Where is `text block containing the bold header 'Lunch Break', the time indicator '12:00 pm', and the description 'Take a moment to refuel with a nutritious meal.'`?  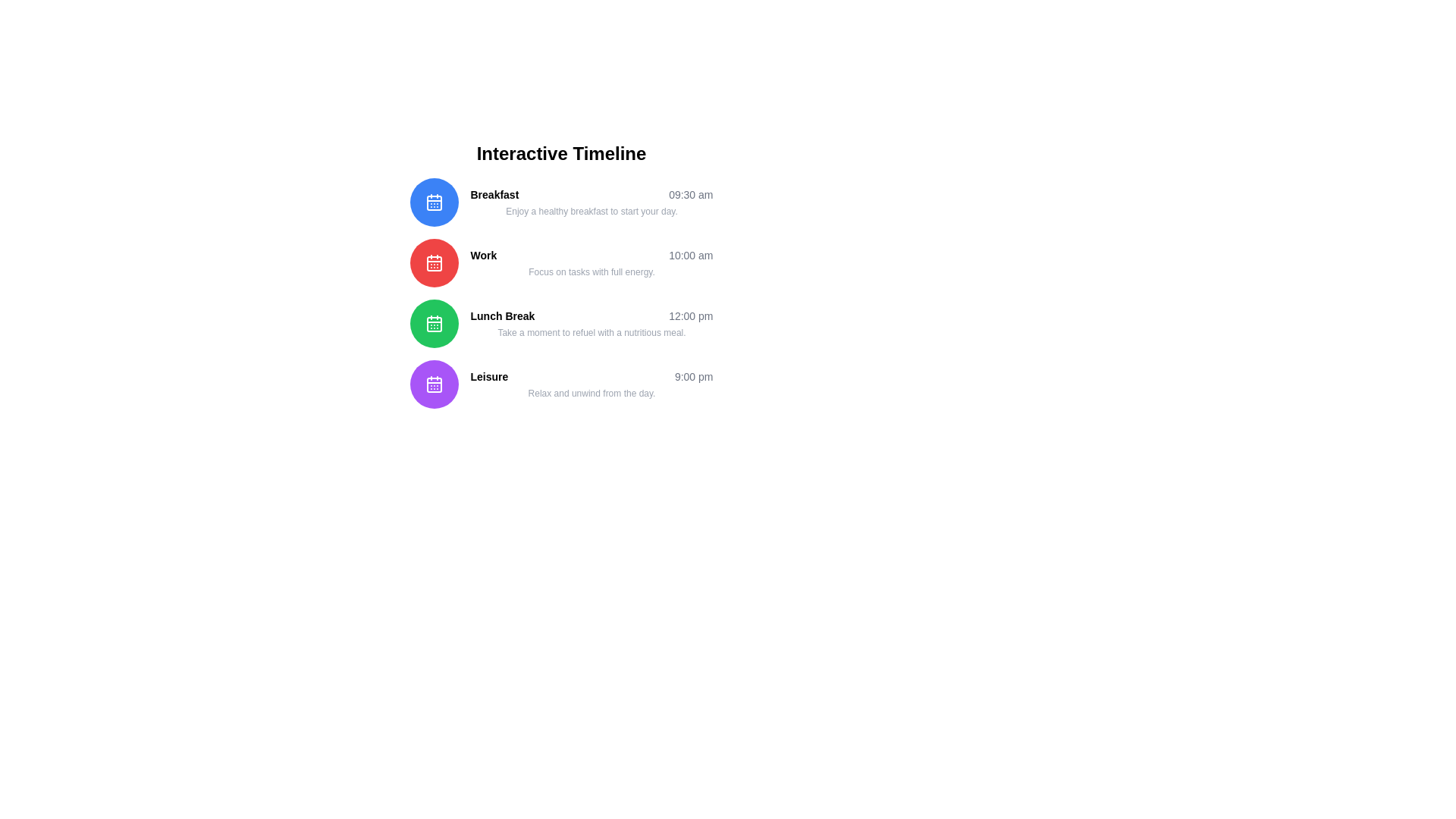 text block containing the bold header 'Lunch Break', the time indicator '12:00 pm', and the description 'Take a moment to refuel with a nutritious meal.' is located at coordinates (591, 323).